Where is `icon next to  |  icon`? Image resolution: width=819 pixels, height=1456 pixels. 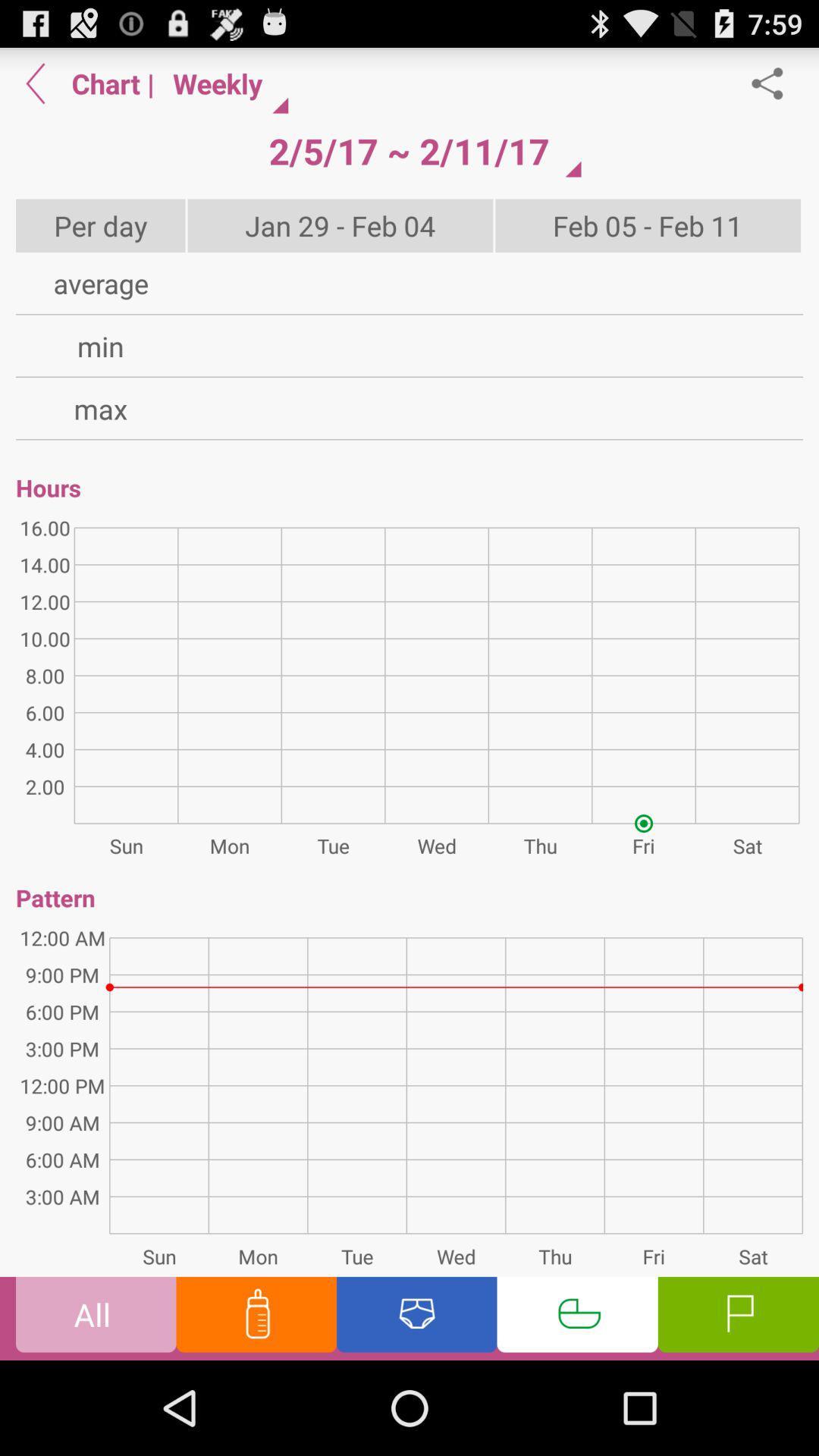
icon next to  |  icon is located at coordinates (408, 151).